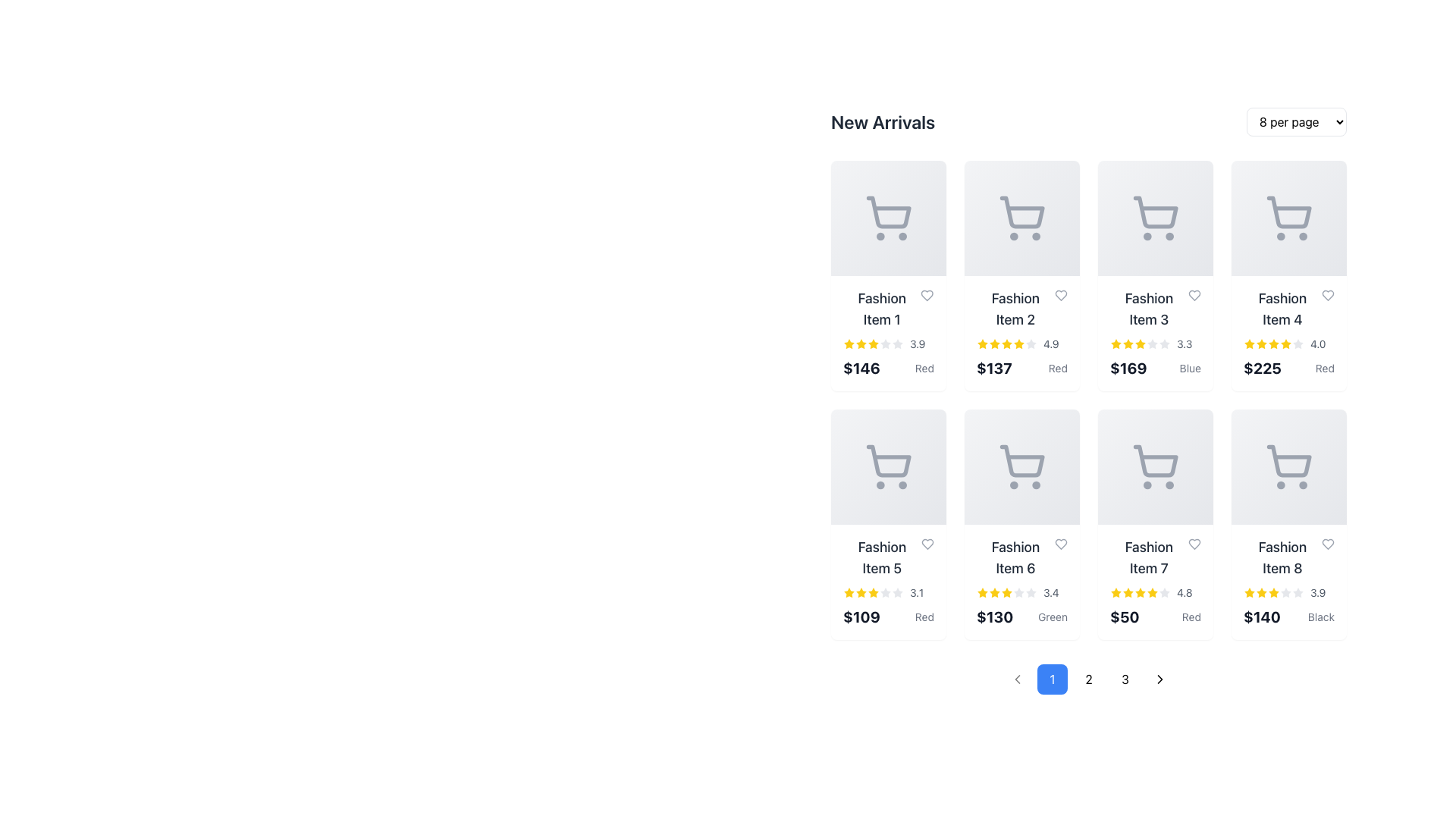 The height and width of the screenshot is (819, 1456). Describe the element at coordinates (995, 617) in the screenshot. I see `the text label displaying the price '$130' in large, bold, black font, located at the bottom of the sixth item in the second row of products, positioned below the star rating and above the smaller text 'Green'` at that location.